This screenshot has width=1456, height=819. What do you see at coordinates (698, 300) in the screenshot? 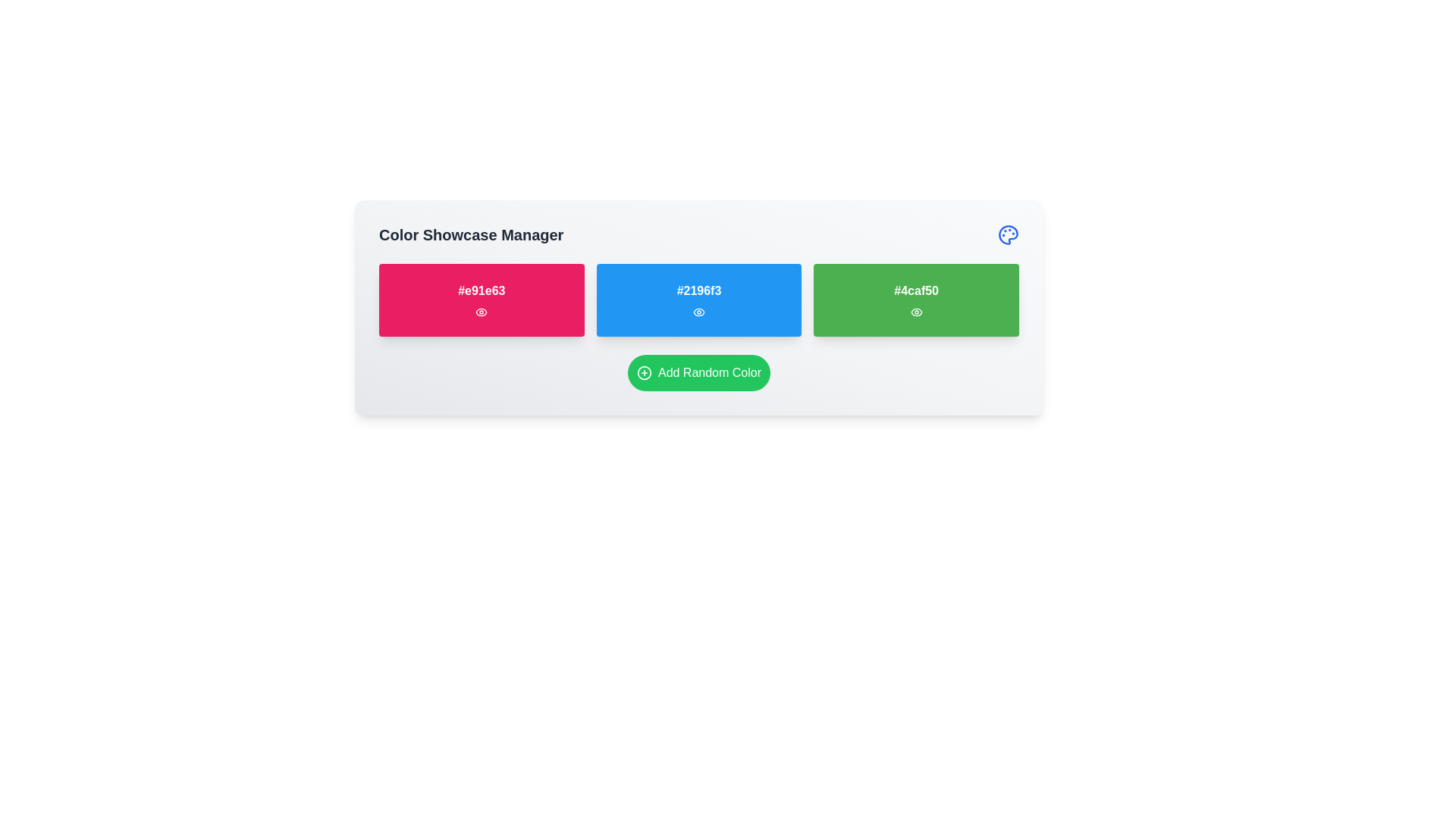
I see `the blue color selector button located in the center of a three-column grid layout, specifically the second of three color blocks` at bounding box center [698, 300].